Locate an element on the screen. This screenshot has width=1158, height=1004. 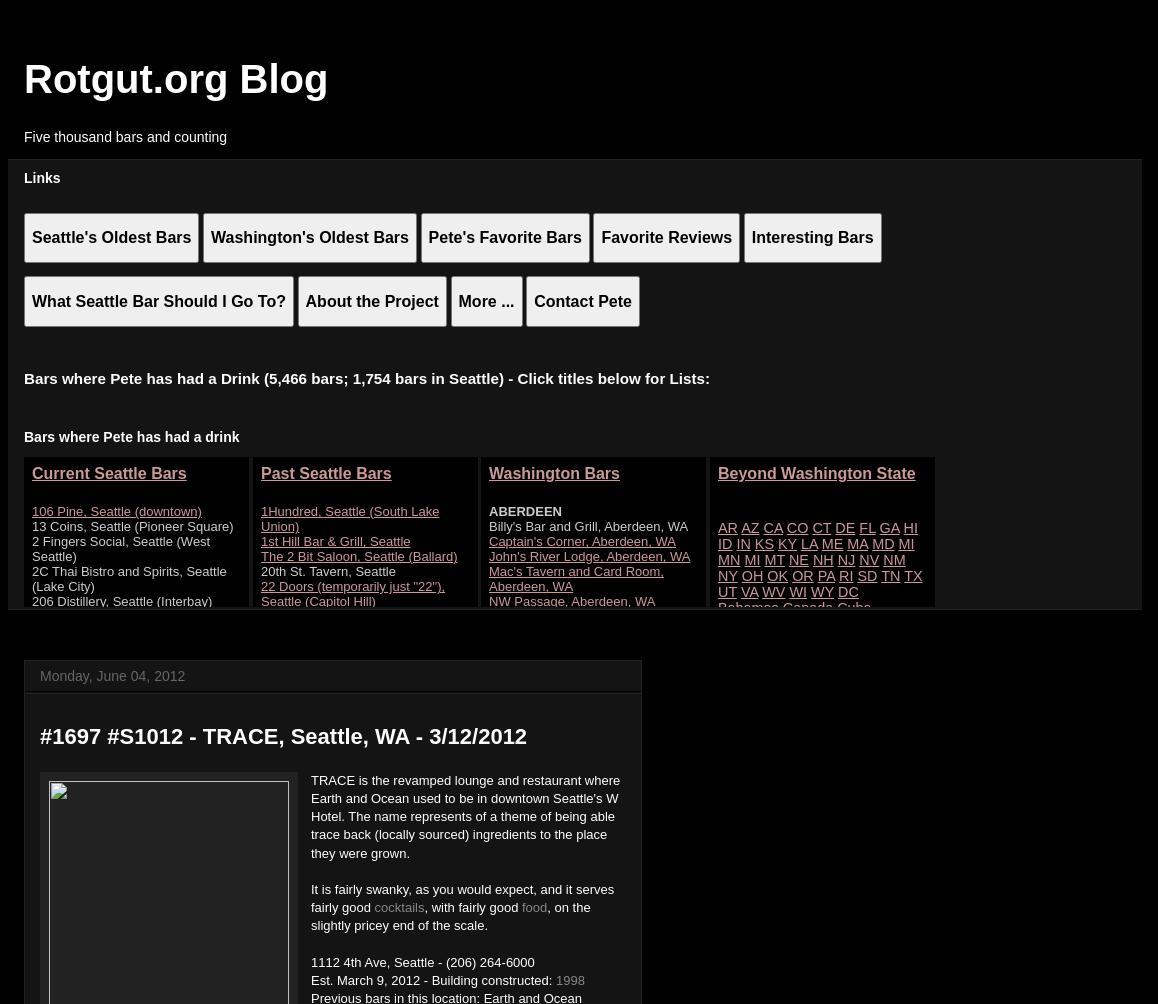
'Bars where Pete has had a Drink (5,466 bars; 1,754 bars in Seattle) - Click titles below for Lists:' is located at coordinates (365, 377).